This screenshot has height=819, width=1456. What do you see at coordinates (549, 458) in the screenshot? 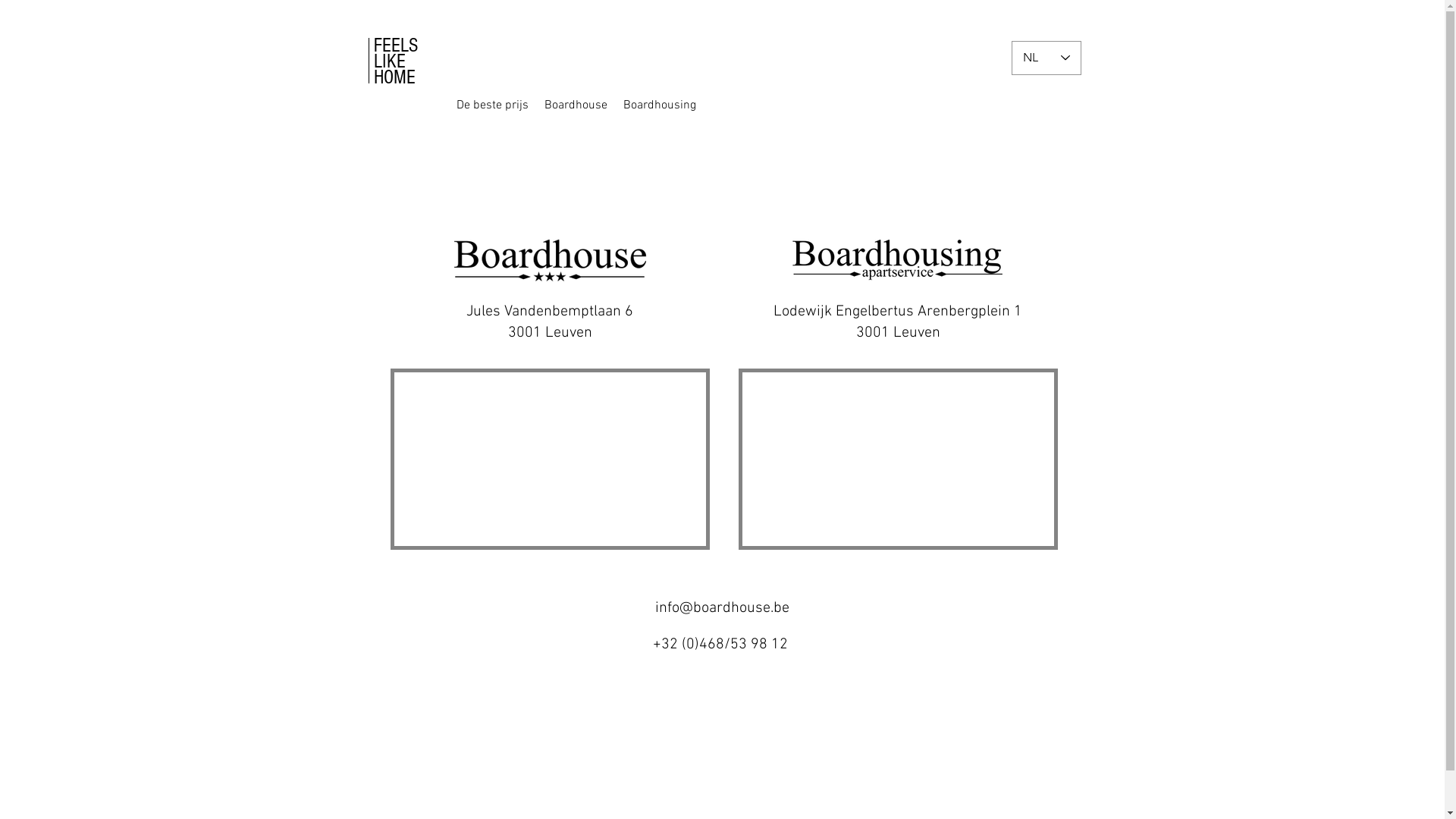
I see `'Google Maps'` at bounding box center [549, 458].